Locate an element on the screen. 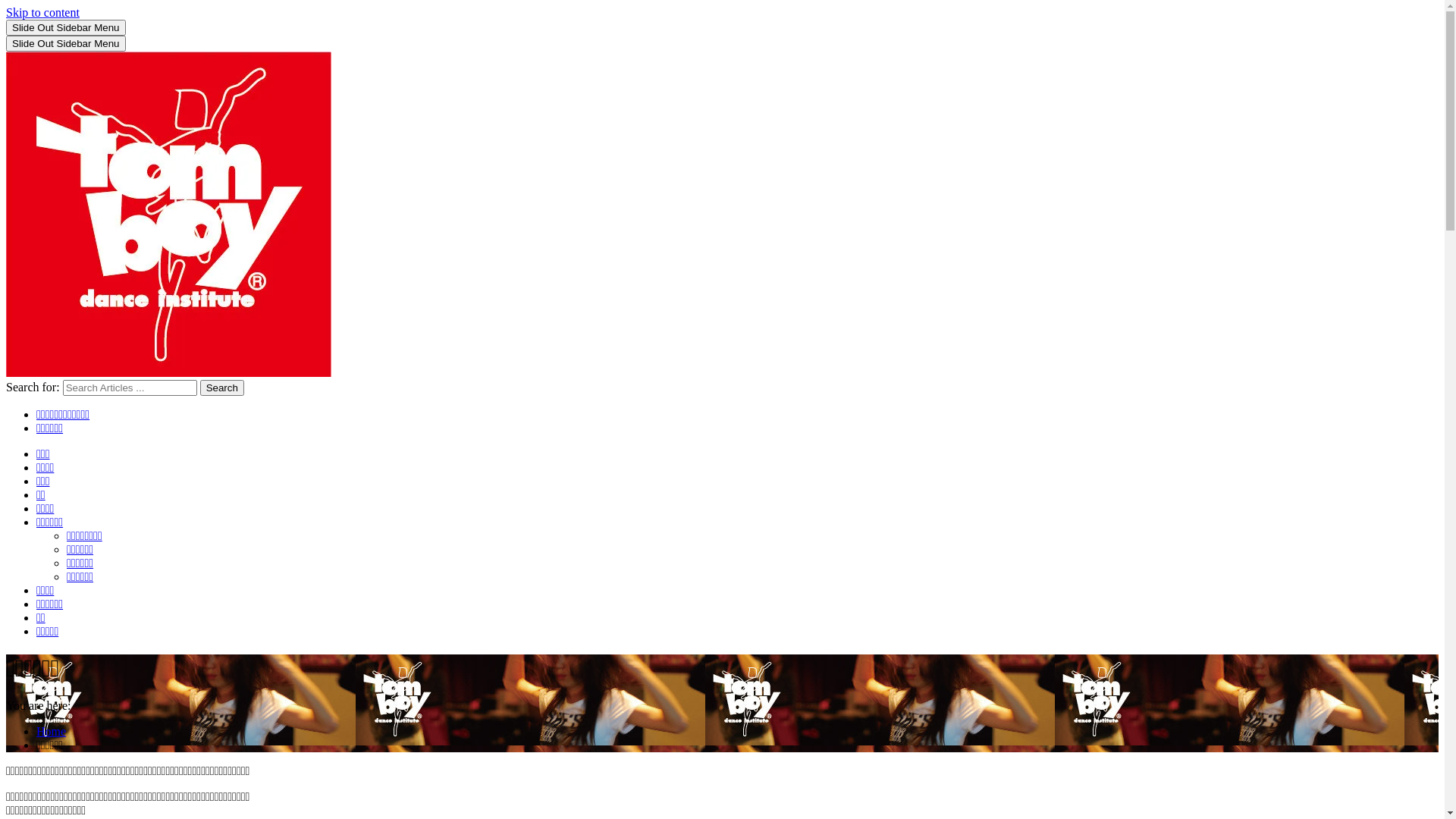 Image resolution: width=1456 pixels, height=819 pixels. 'Home' is located at coordinates (51, 730).